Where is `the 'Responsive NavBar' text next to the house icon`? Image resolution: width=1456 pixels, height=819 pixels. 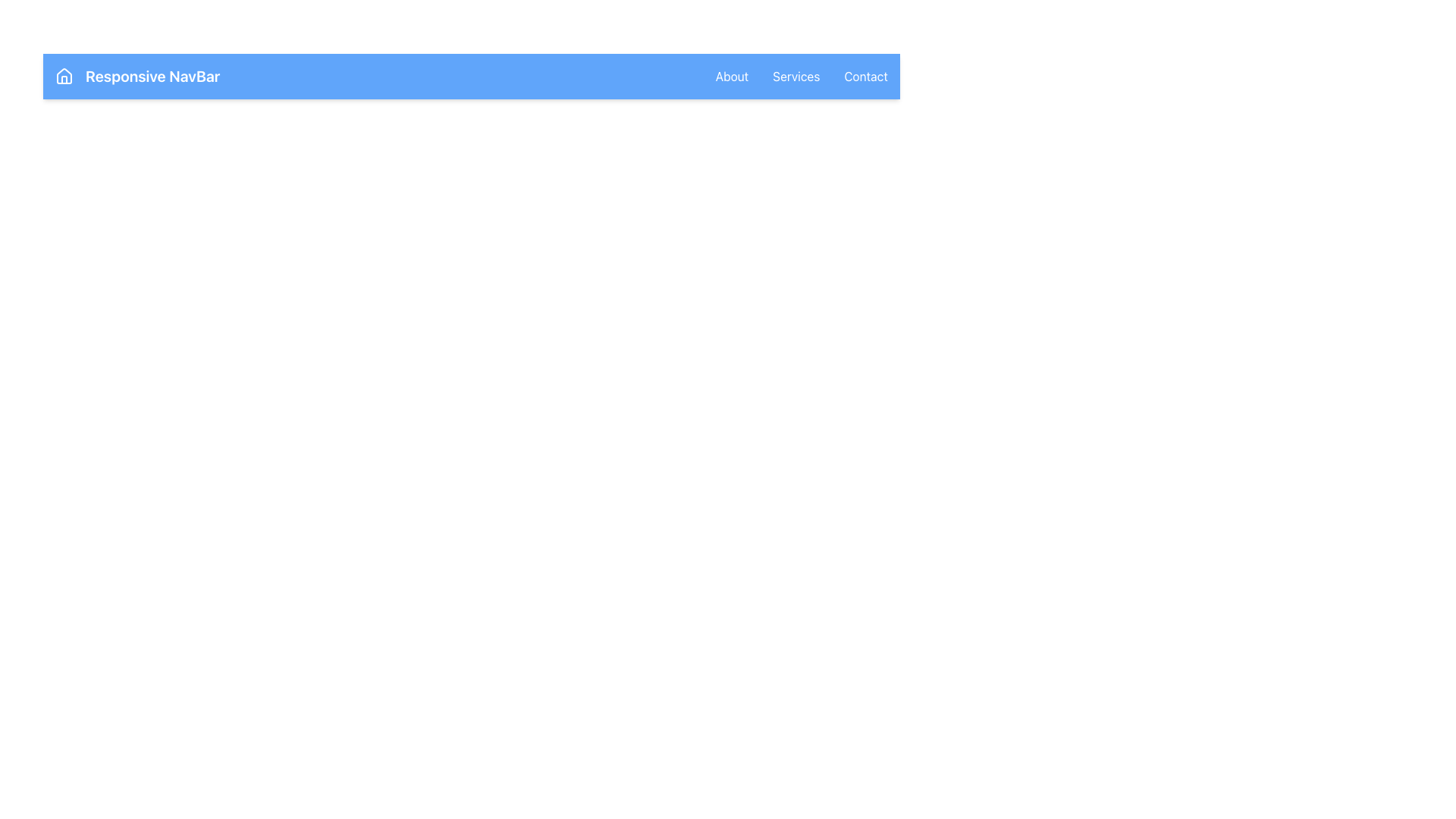 the 'Responsive NavBar' text next to the house icon is located at coordinates (137, 76).